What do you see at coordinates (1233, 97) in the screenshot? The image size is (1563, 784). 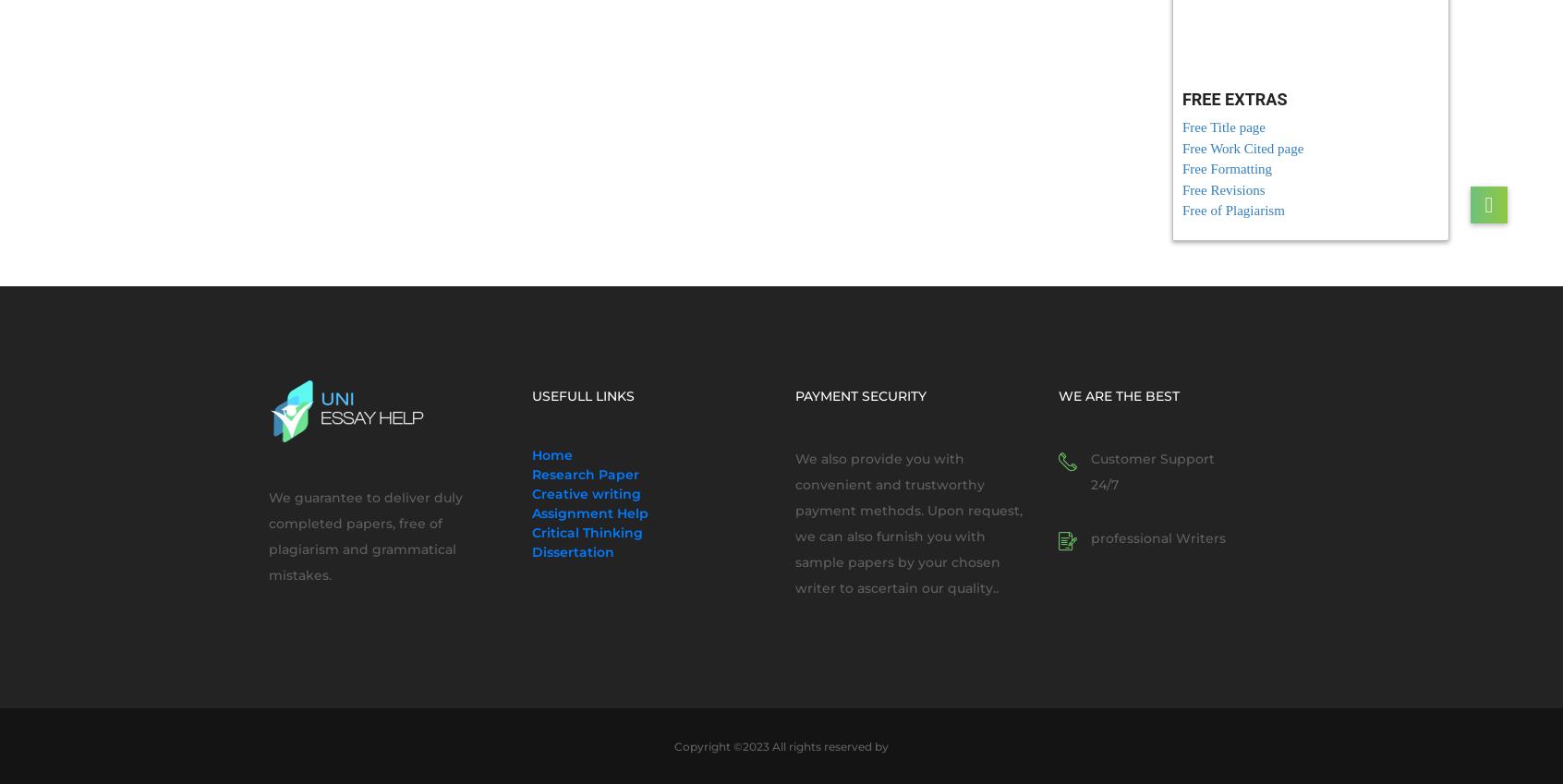 I see `'FREE EXTRAS'` at bounding box center [1233, 97].